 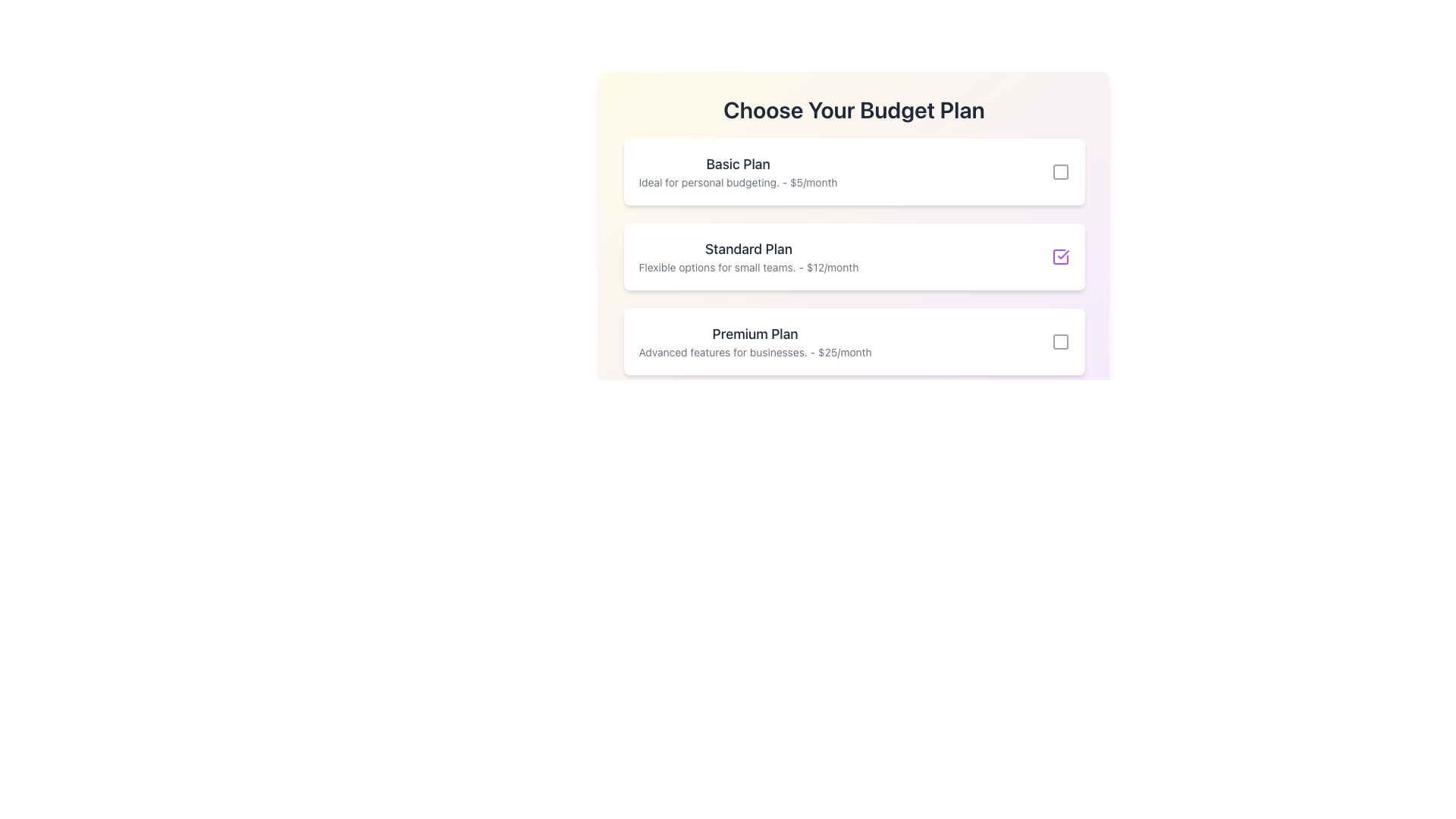 I want to click on the 'Standard Plan' card, so click(x=748, y=256).